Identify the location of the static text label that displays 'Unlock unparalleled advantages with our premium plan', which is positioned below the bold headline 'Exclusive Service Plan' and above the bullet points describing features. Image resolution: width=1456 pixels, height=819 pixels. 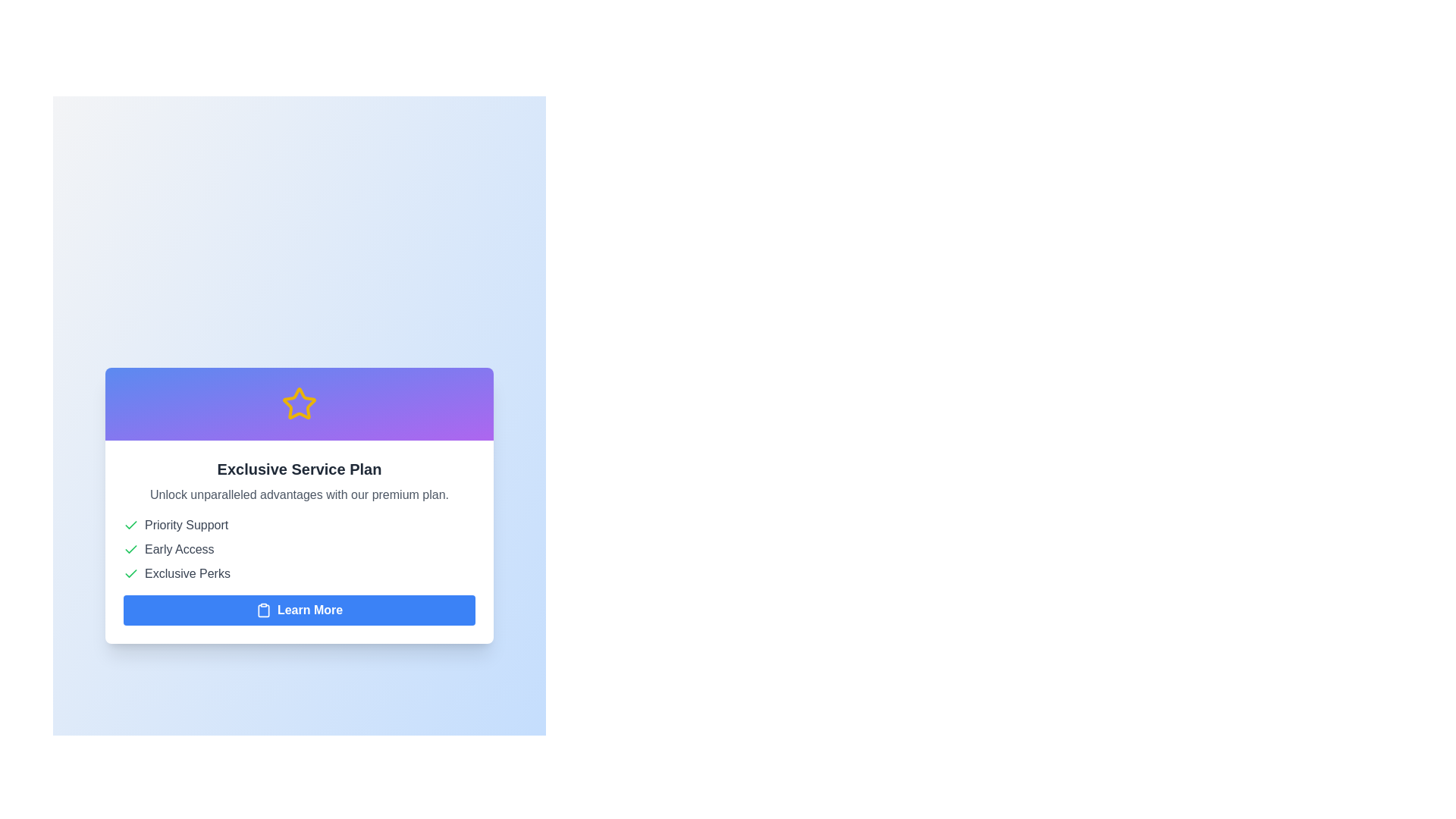
(299, 494).